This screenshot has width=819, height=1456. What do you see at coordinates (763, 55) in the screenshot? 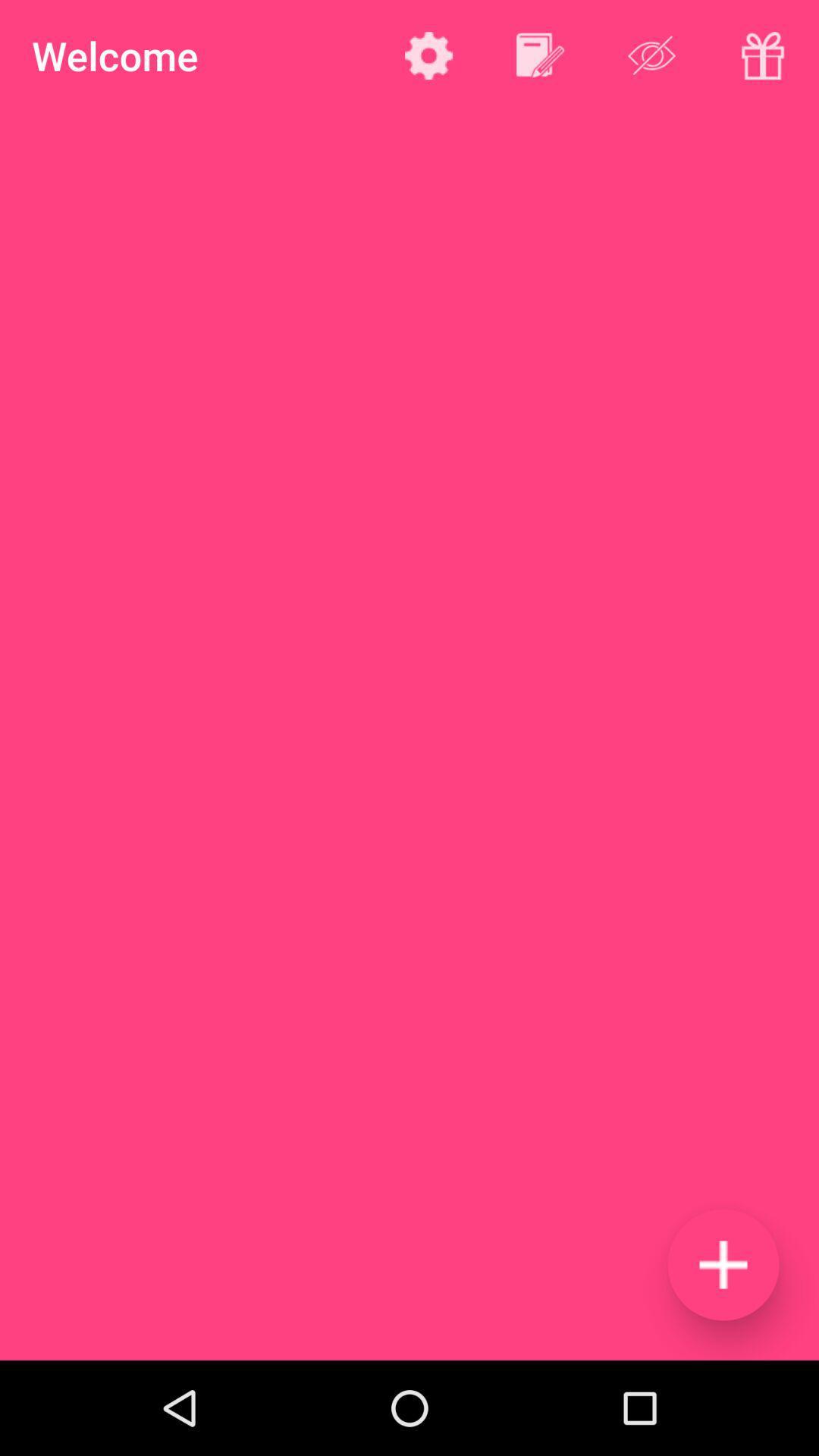
I see `gift icon` at bounding box center [763, 55].